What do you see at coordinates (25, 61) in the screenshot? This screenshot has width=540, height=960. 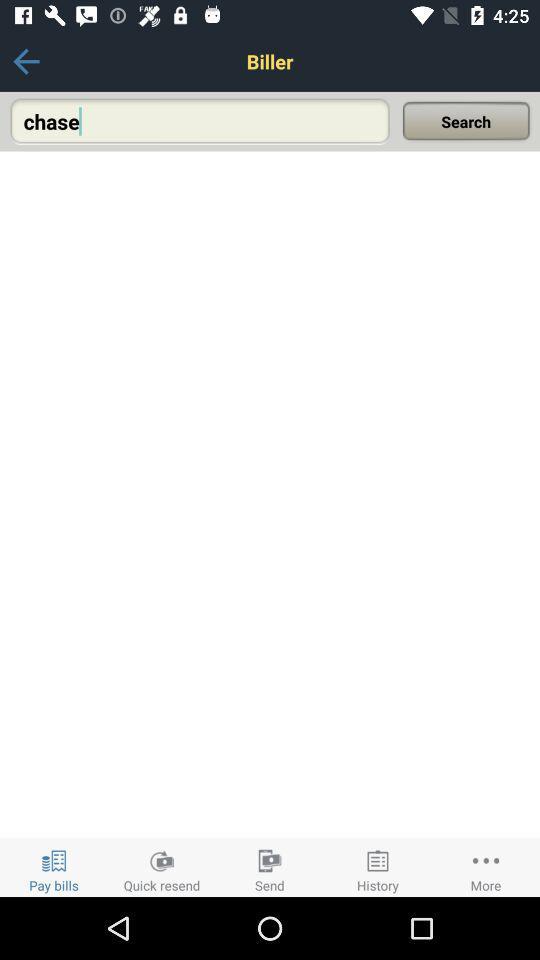 I see `back button` at bounding box center [25, 61].